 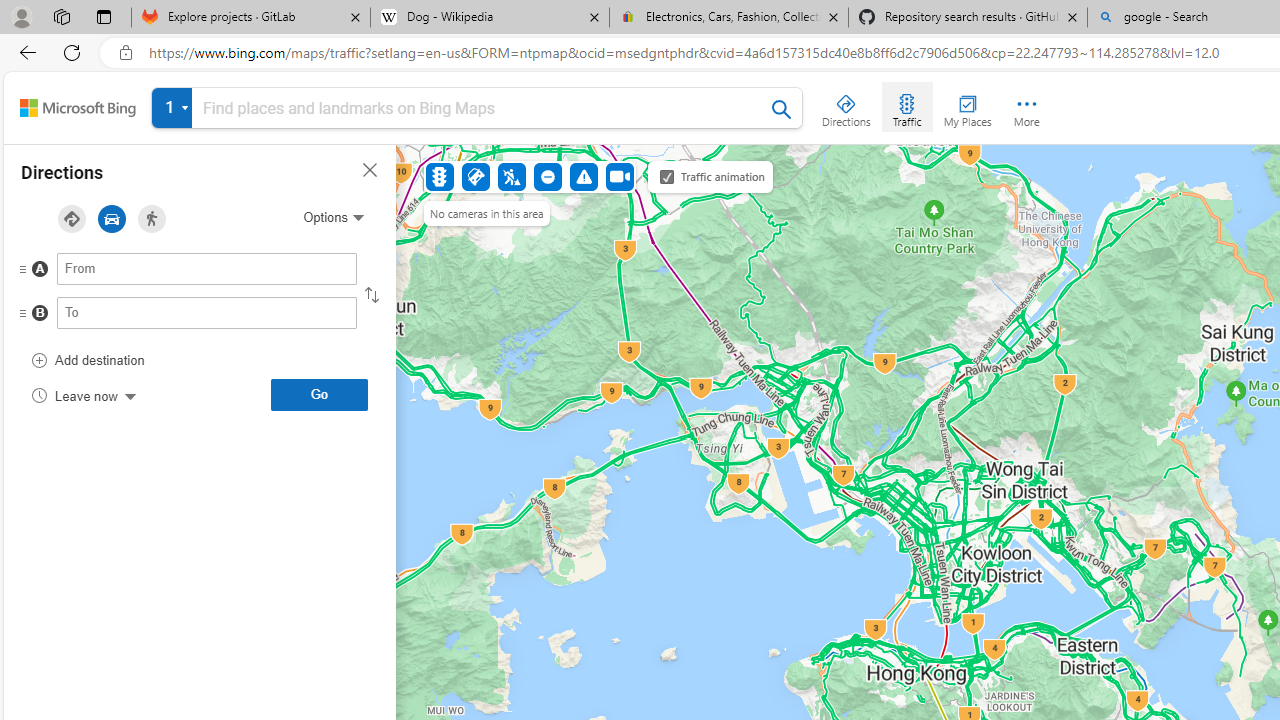 I want to click on 'Dog - Wikipedia', so click(x=490, y=17).